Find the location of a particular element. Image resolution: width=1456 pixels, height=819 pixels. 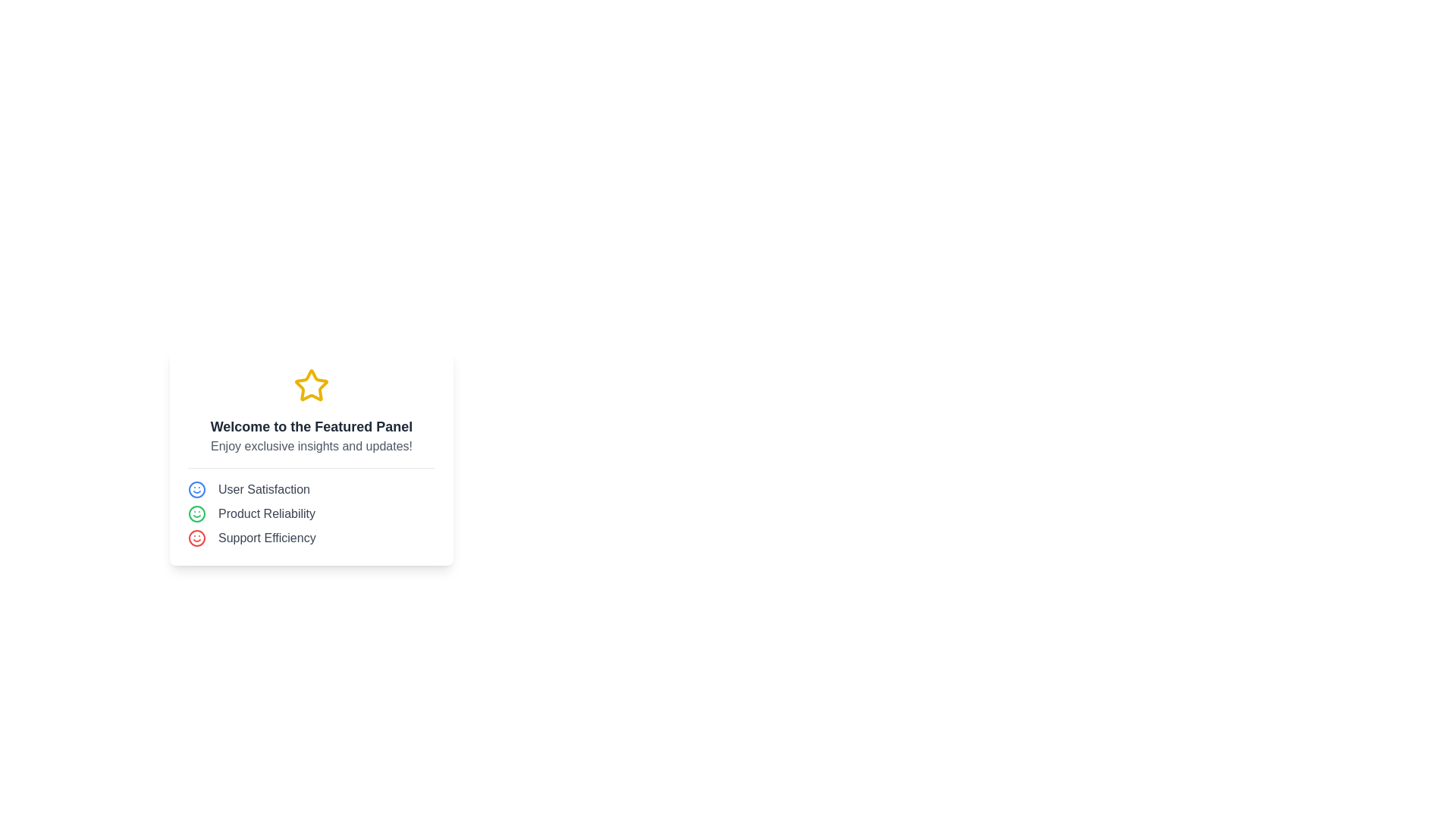

the 'User Satisfaction' list item to interact with it is located at coordinates (311, 488).